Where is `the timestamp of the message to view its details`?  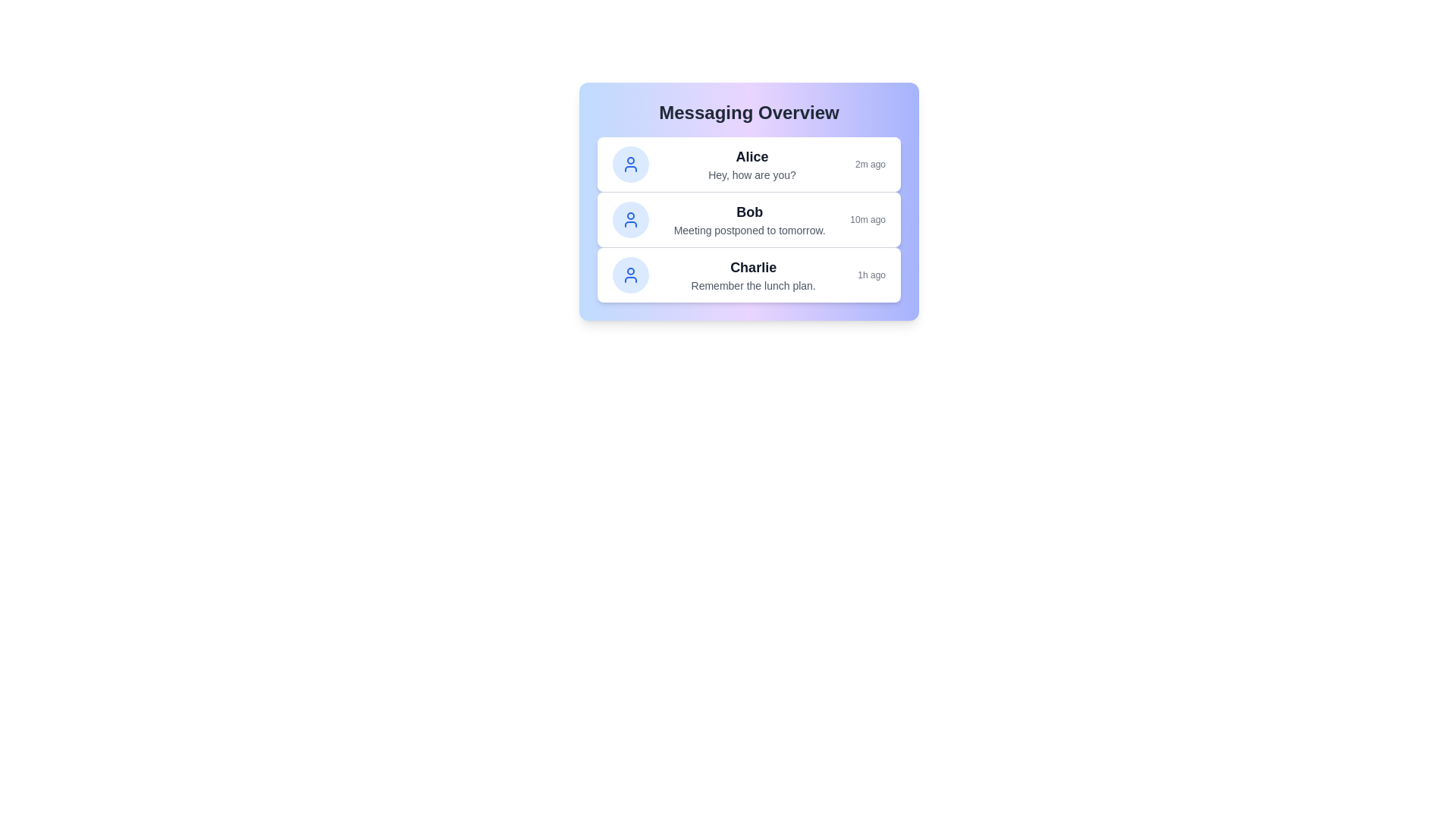 the timestamp of the message to view its details is located at coordinates (870, 164).